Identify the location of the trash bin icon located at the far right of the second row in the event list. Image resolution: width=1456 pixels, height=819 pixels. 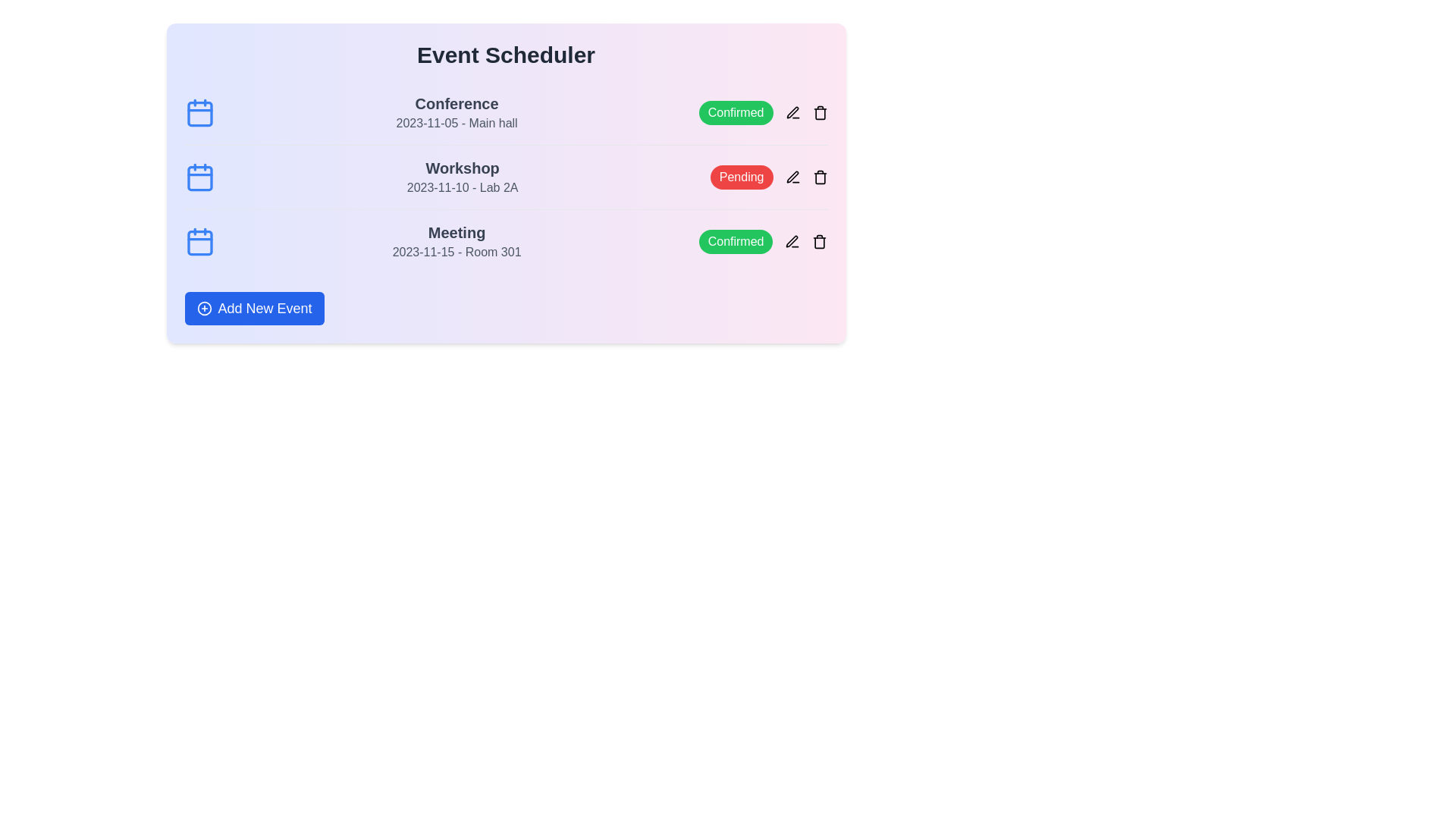
(819, 177).